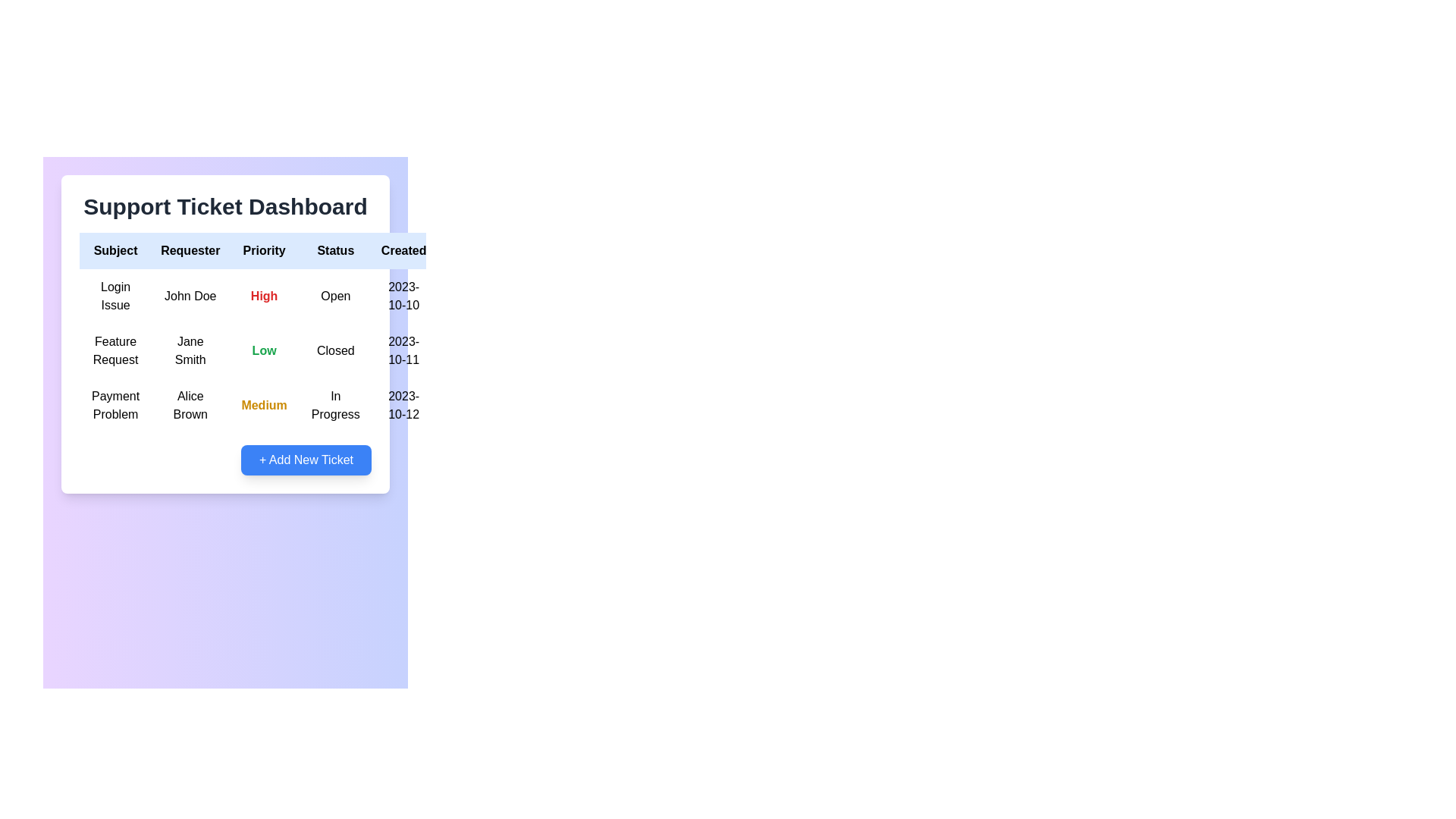 This screenshot has height=819, width=1456. What do you see at coordinates (264, 350) in the screenshot?
I see `the 'Low' text label indicating low priority for the 'Feature Request' ticket in the support dashboard` at bounding box center [264, 350].